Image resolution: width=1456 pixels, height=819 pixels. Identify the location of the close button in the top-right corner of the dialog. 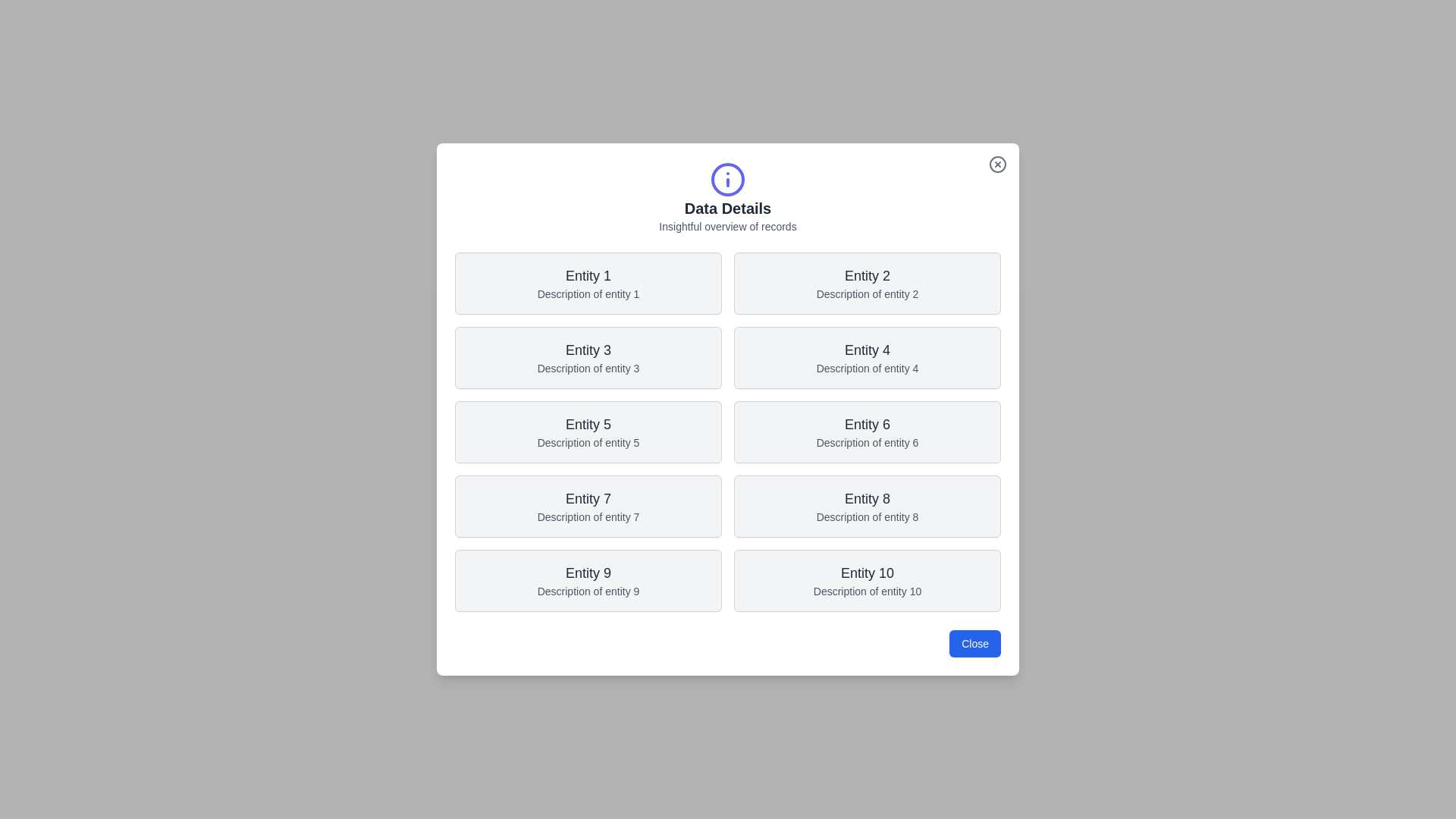
(997, 164).